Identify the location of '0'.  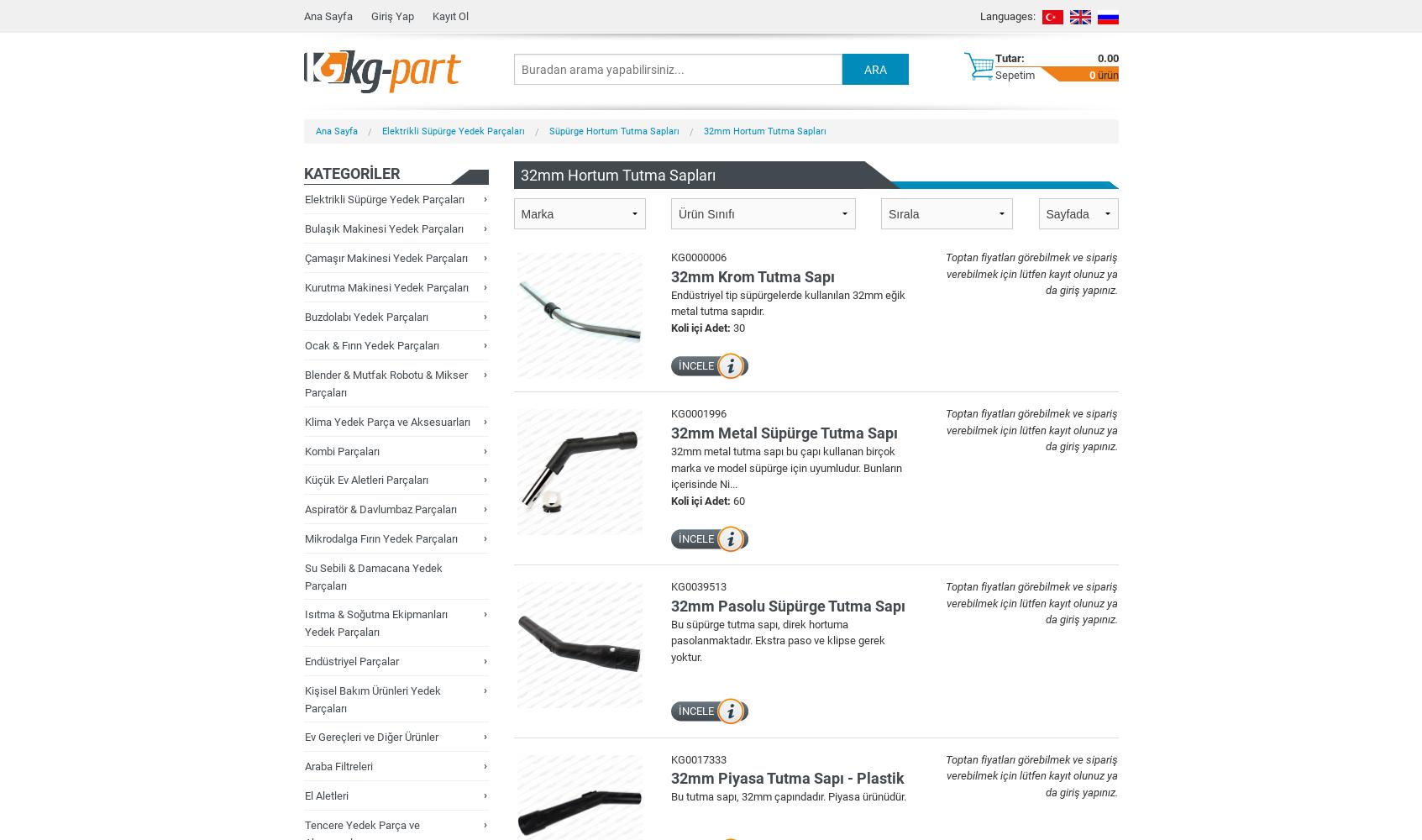
(1091, 73).